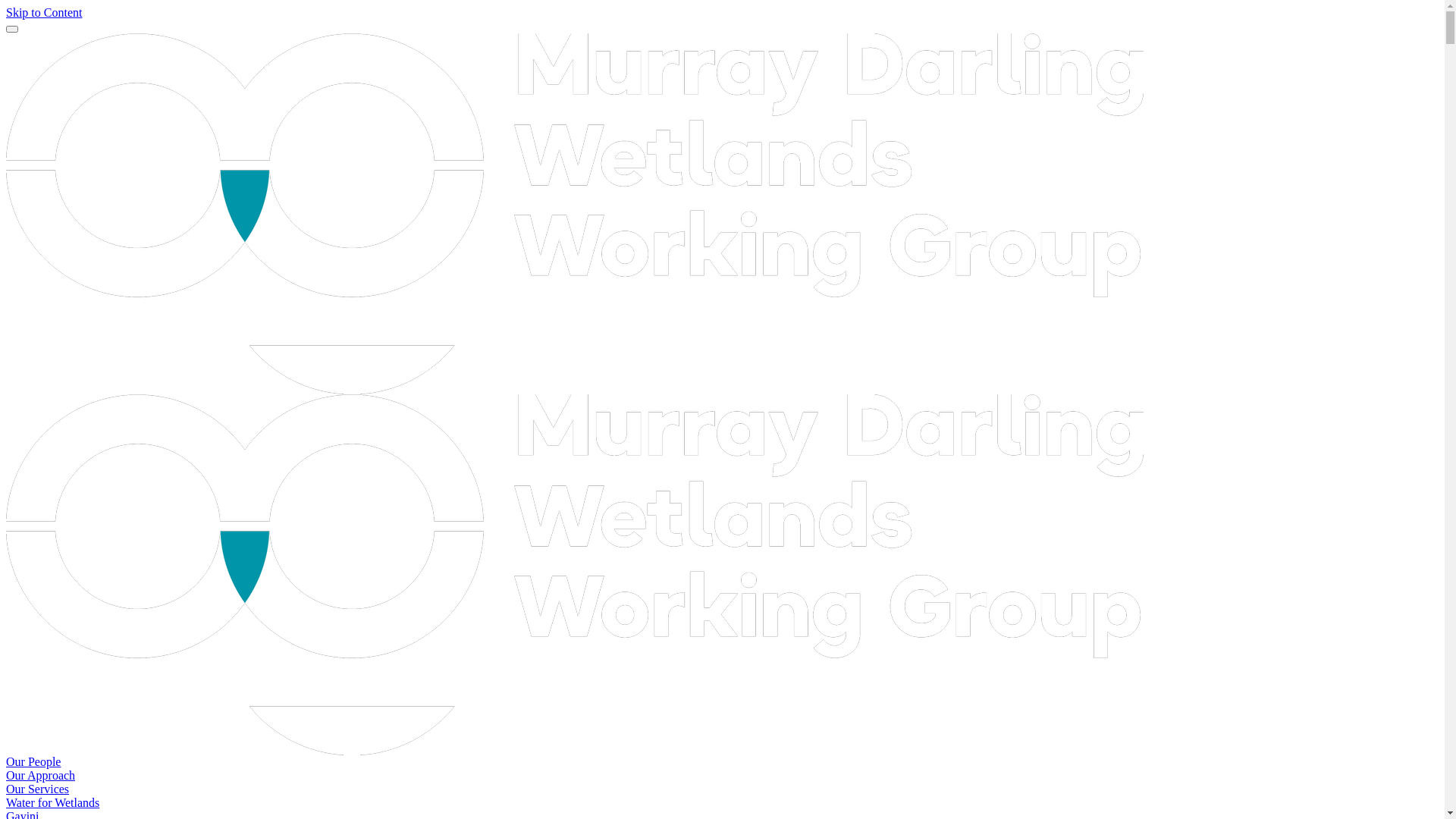  Describe the element at coordinates (40, 775) in the screenshot. I see `'Our Approach'` at that location.